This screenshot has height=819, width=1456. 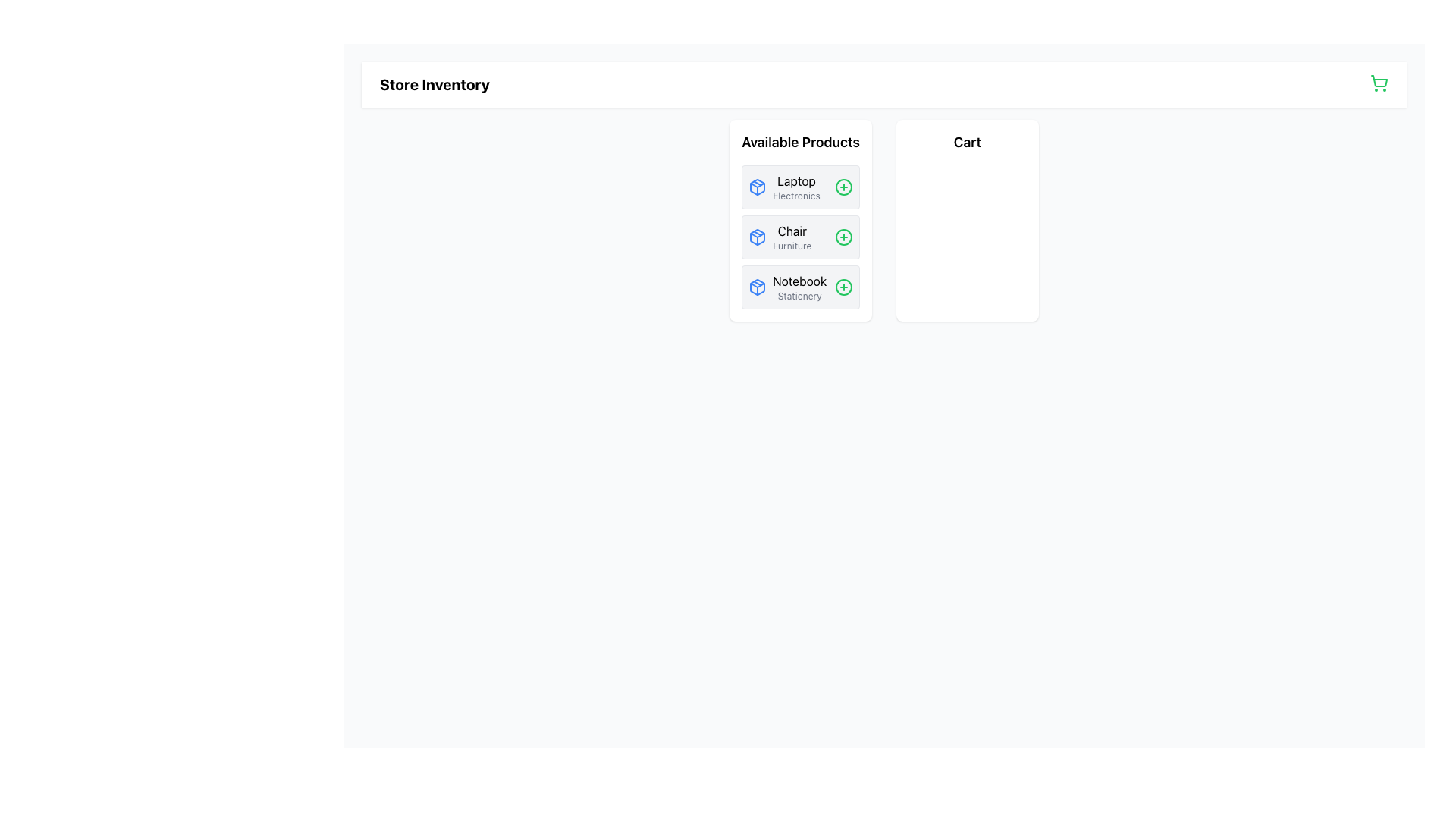 What do you see at coordinates (843, 287) in the screenshot?
I see `the green circular add button with a plus sign, located to the right of 'Notebook Stationery' in the 'Available Products' list` at bounding box center [843, 287].